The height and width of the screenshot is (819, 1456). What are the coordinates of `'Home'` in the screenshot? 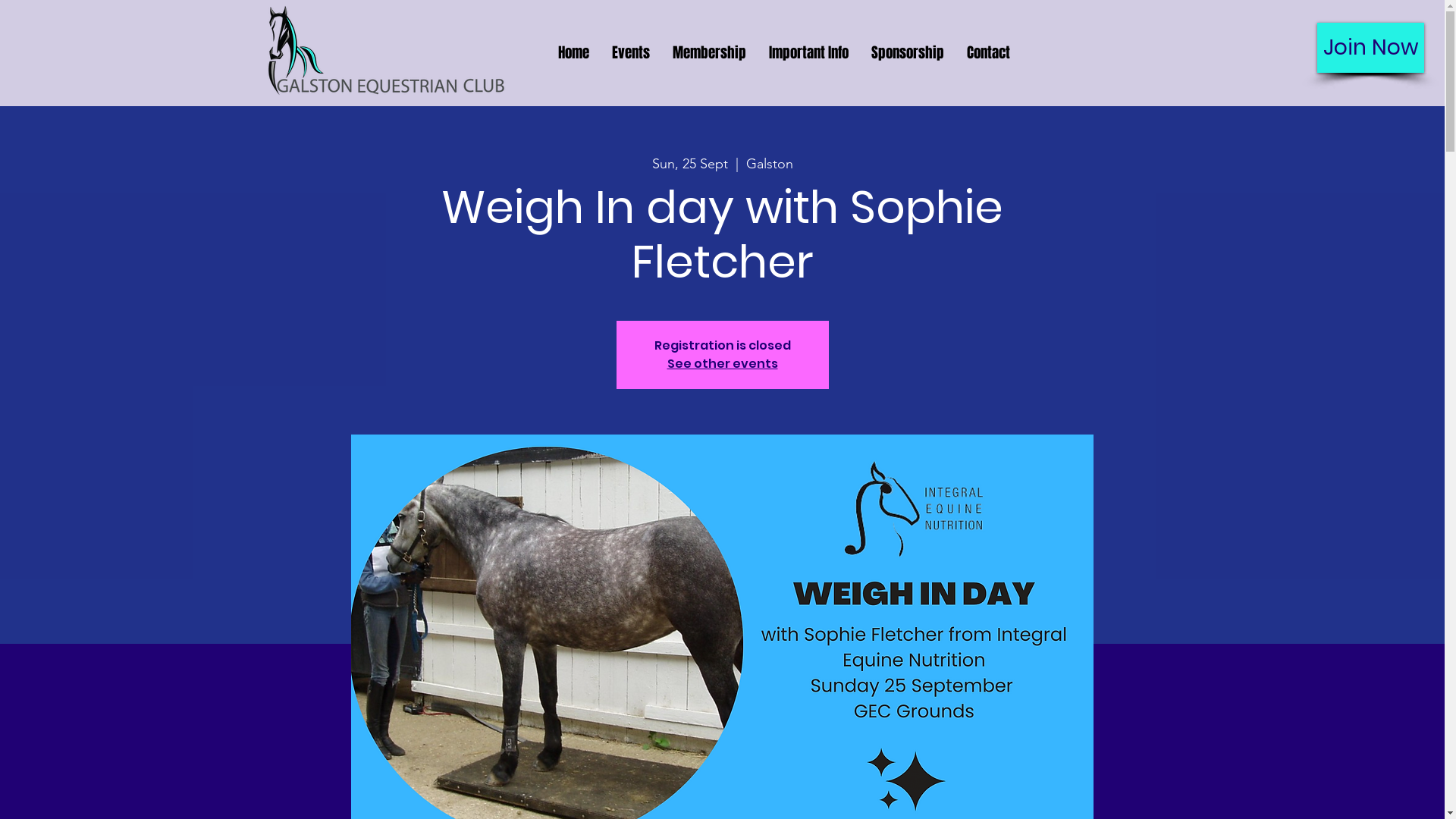 It's located at (572, 52).